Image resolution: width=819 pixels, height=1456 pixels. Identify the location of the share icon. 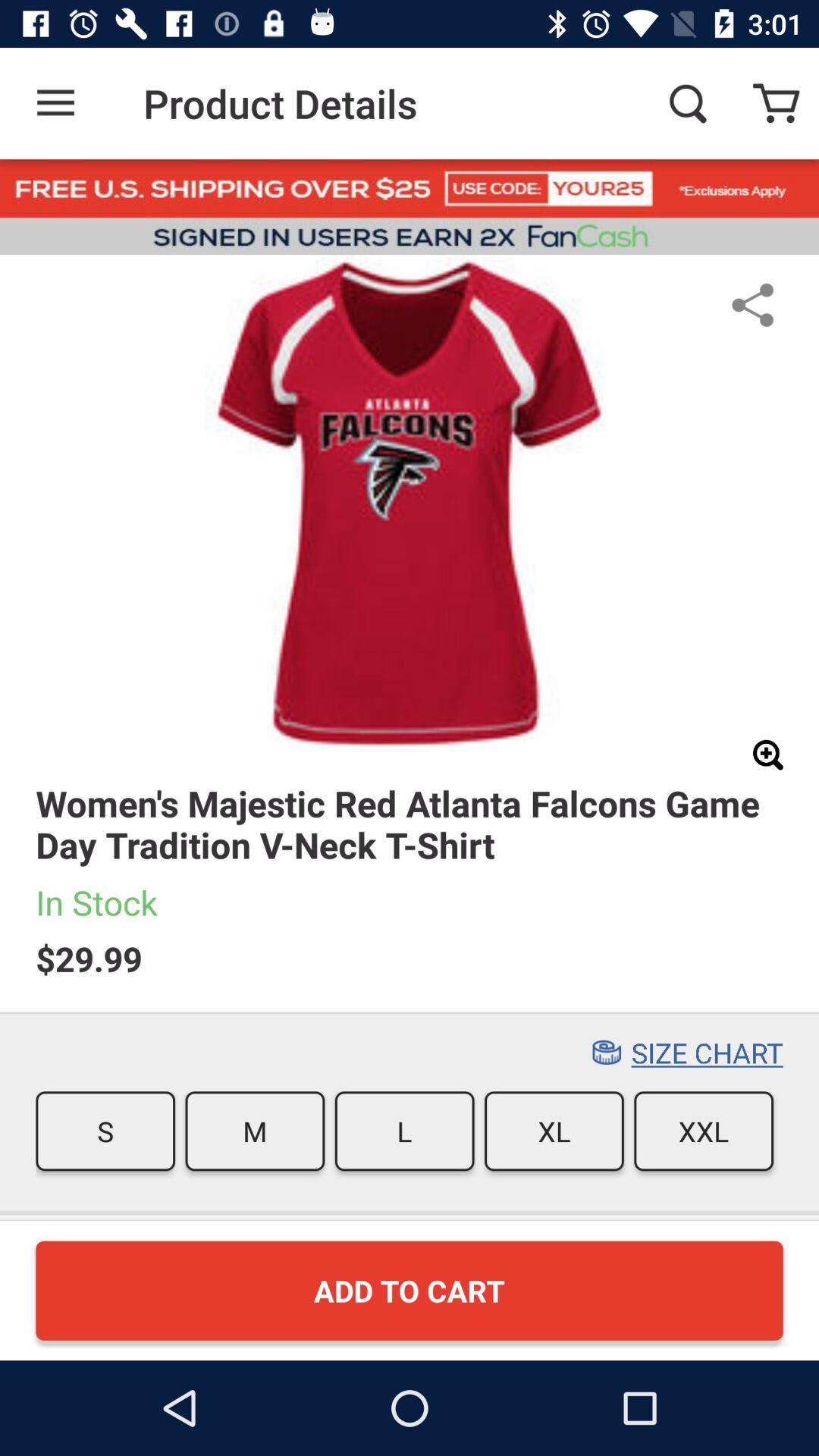
(752, 304).